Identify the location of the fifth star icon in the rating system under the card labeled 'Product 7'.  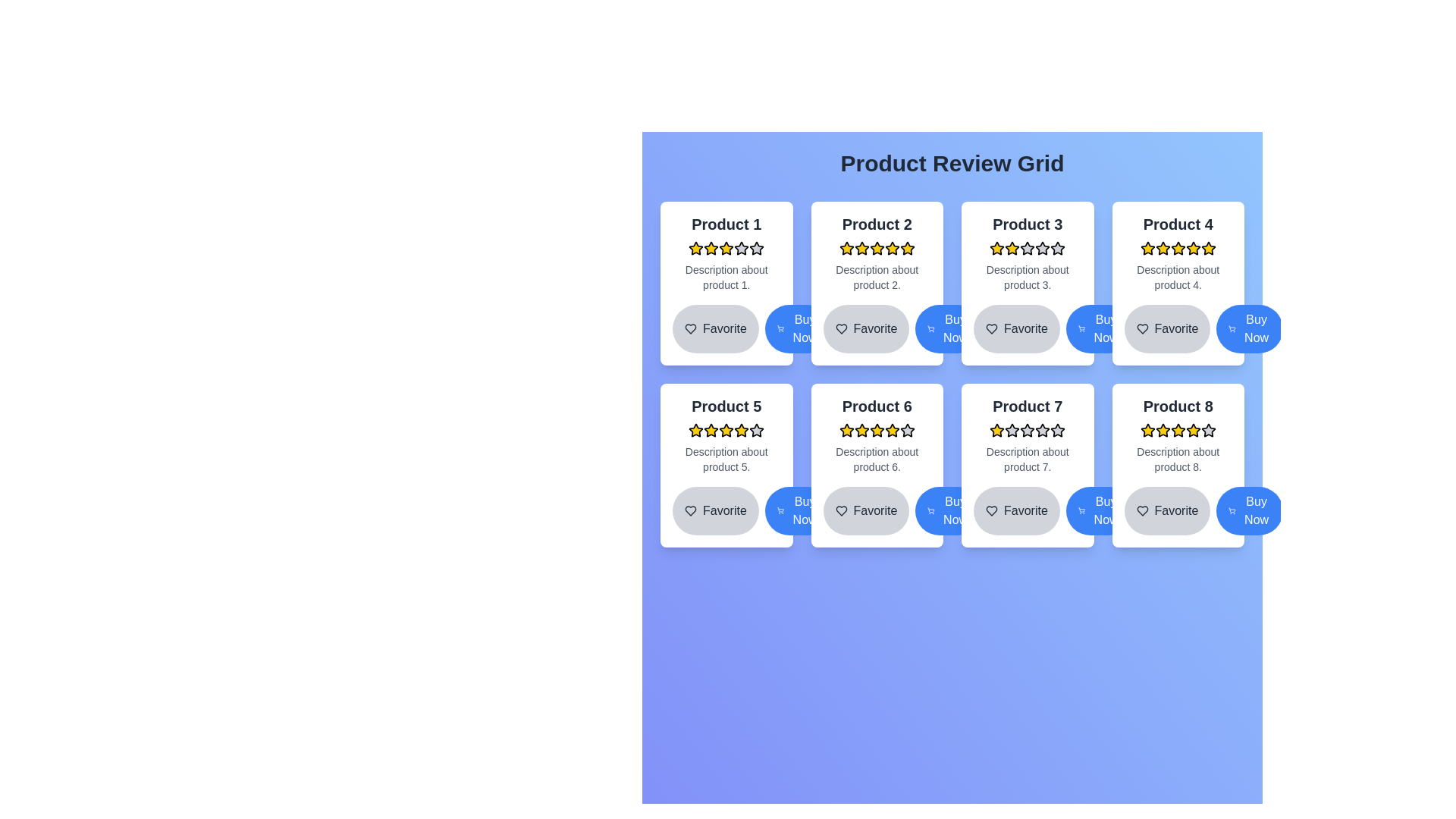
(1042, 430).